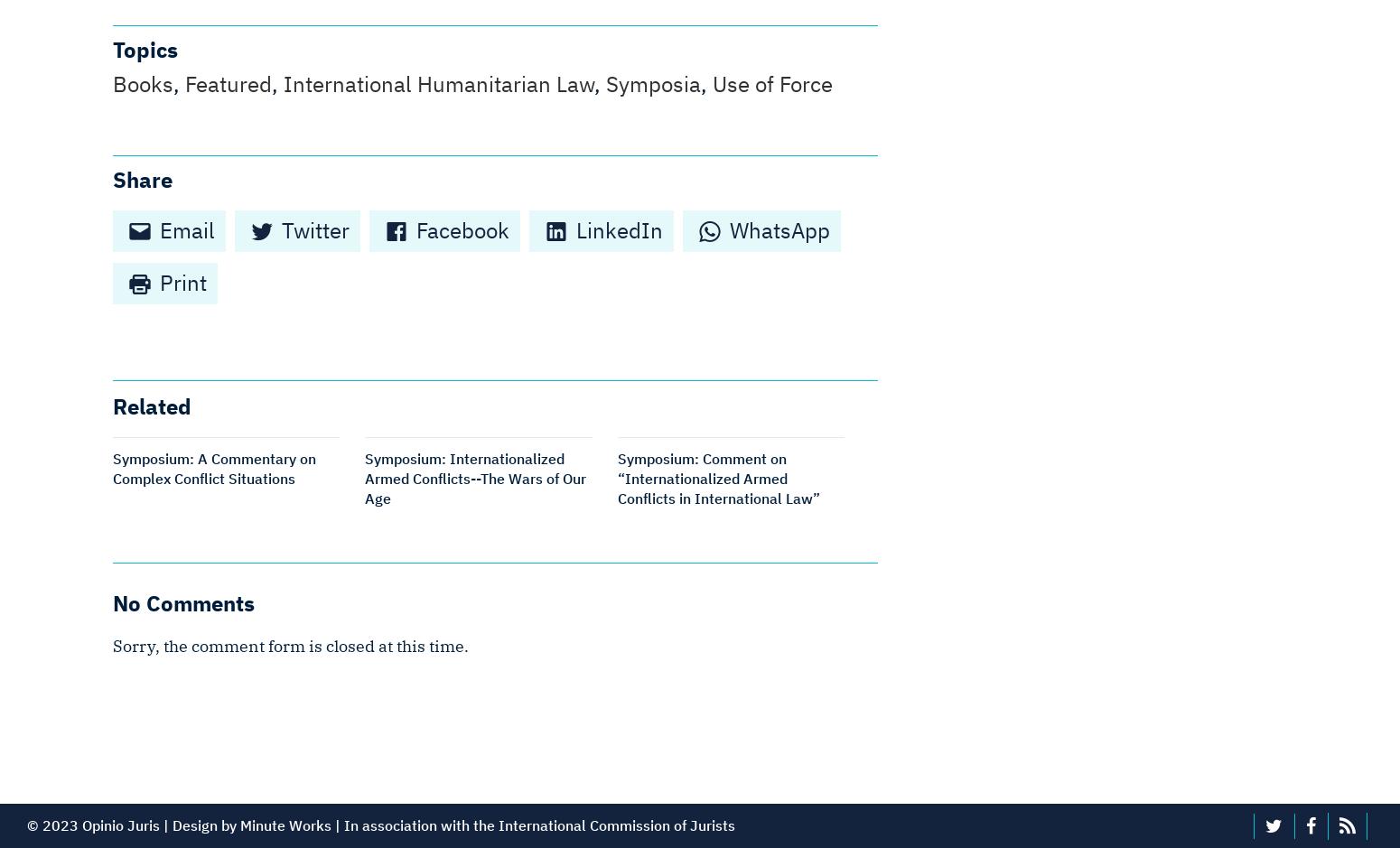 The image size is (1400, 848). I want to click on 'International Humanitarian Law', so click(437, 83).